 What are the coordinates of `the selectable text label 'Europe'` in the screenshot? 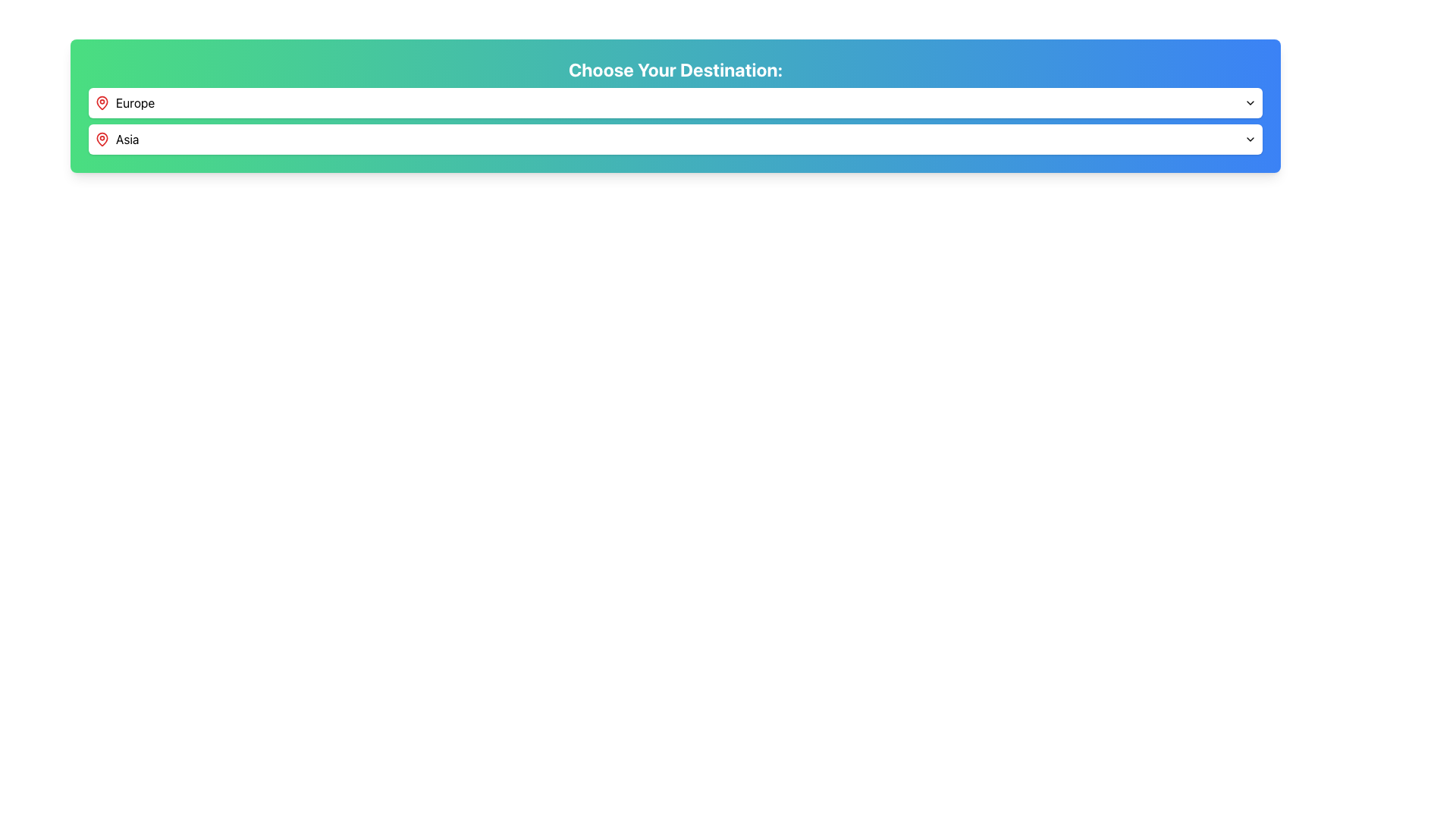 It's located at (135, 102).